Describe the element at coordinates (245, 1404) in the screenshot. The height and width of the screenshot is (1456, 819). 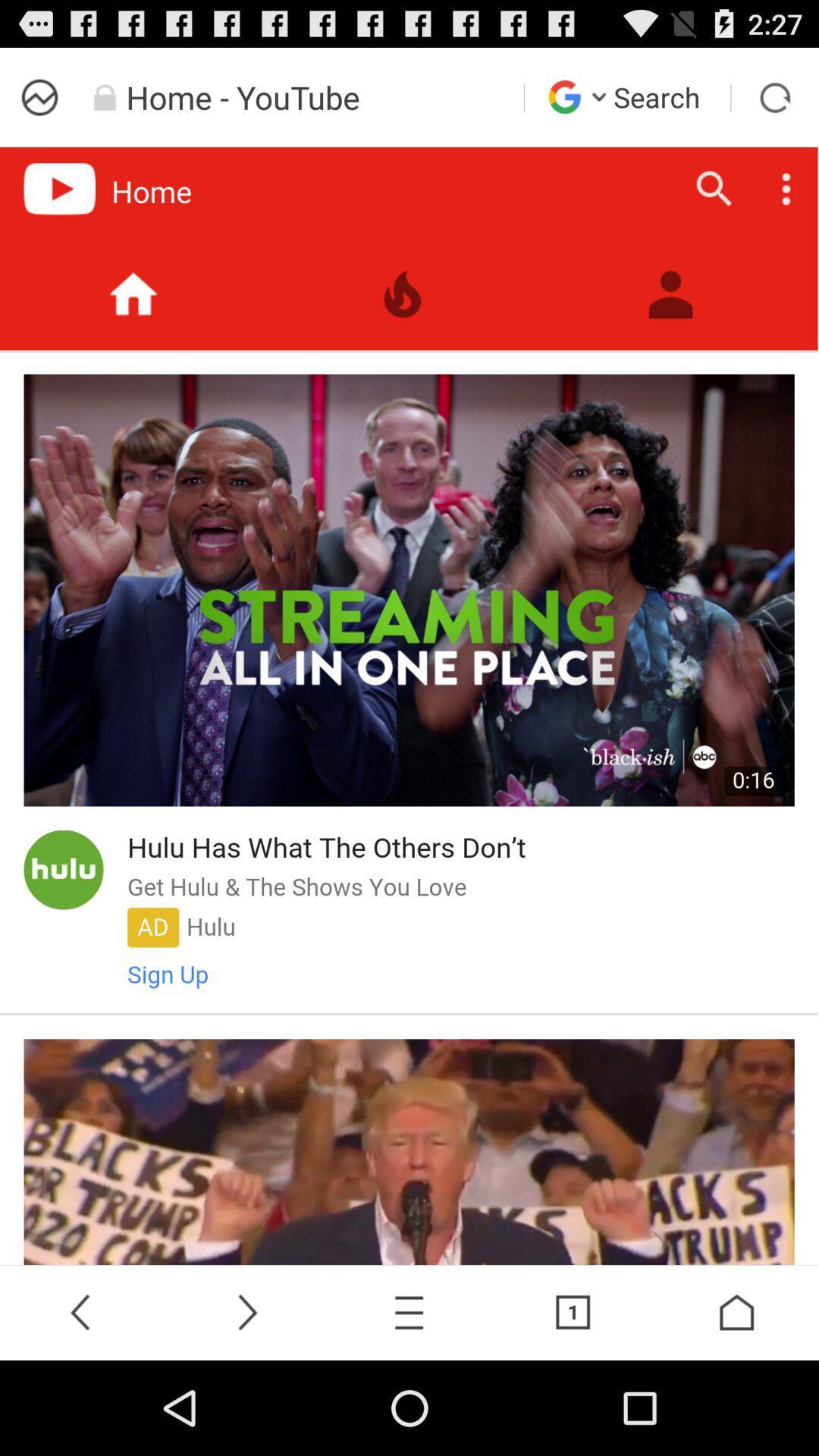
I see `the arrow_forward icon` at that location.